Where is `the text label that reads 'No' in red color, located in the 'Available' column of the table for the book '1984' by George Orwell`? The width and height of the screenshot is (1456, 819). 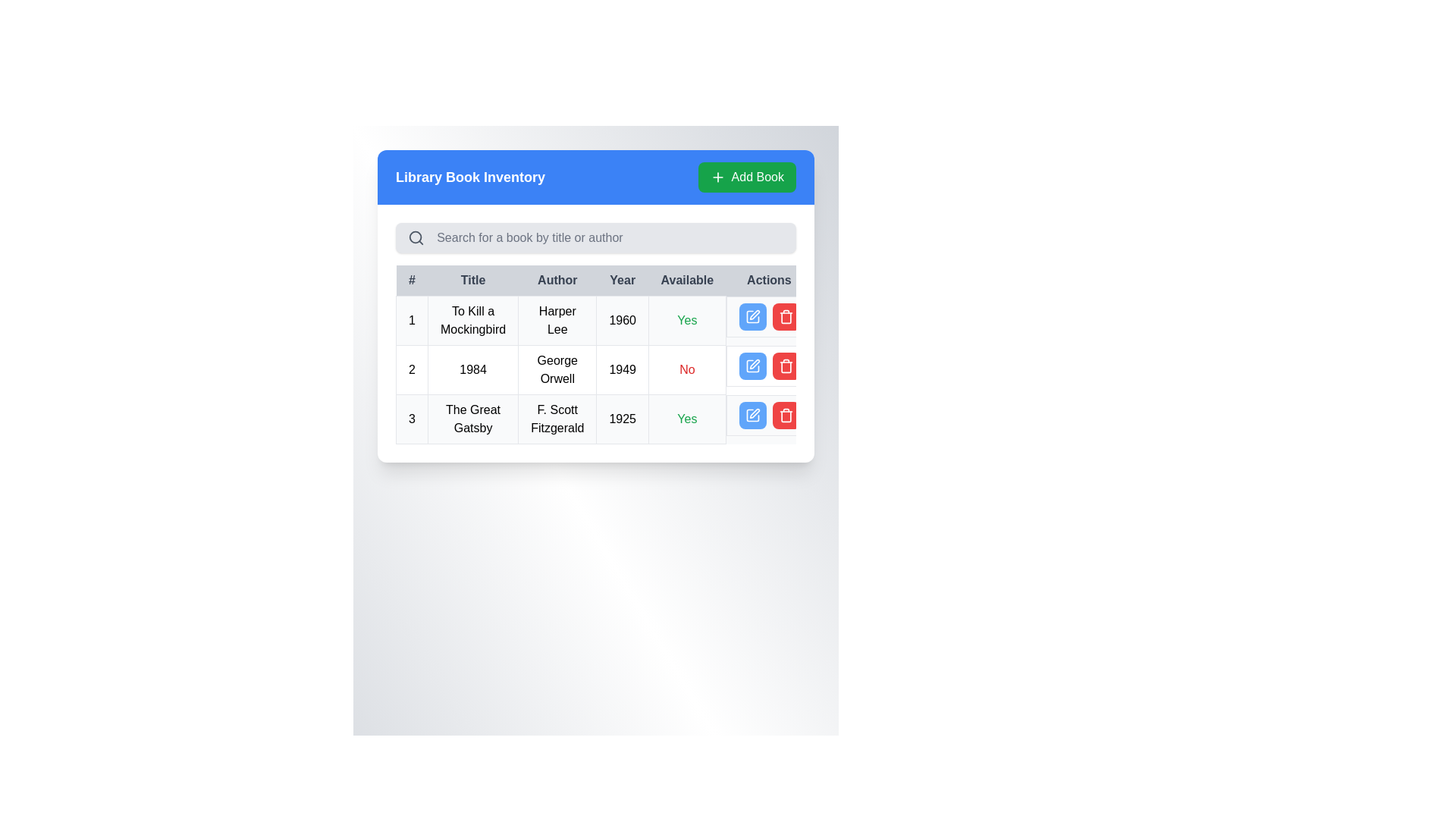
the text label that reads 'No' in red color, located in the 'Available' column of the table for the book '1984' by George Orwell is located at coordinates (686, 370).